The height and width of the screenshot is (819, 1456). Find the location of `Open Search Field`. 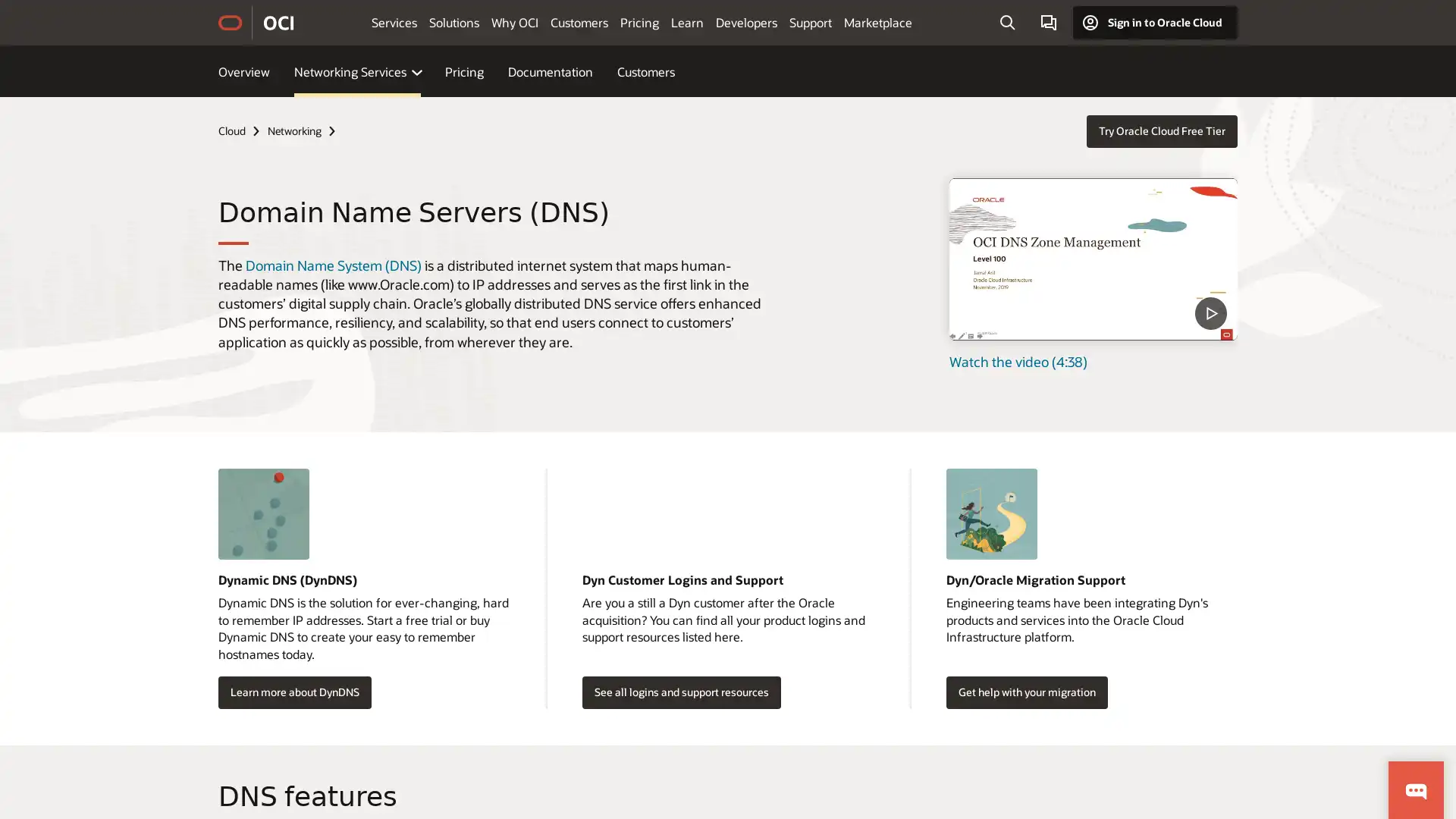

Open Search Field is located at coordinates (1007, 23).